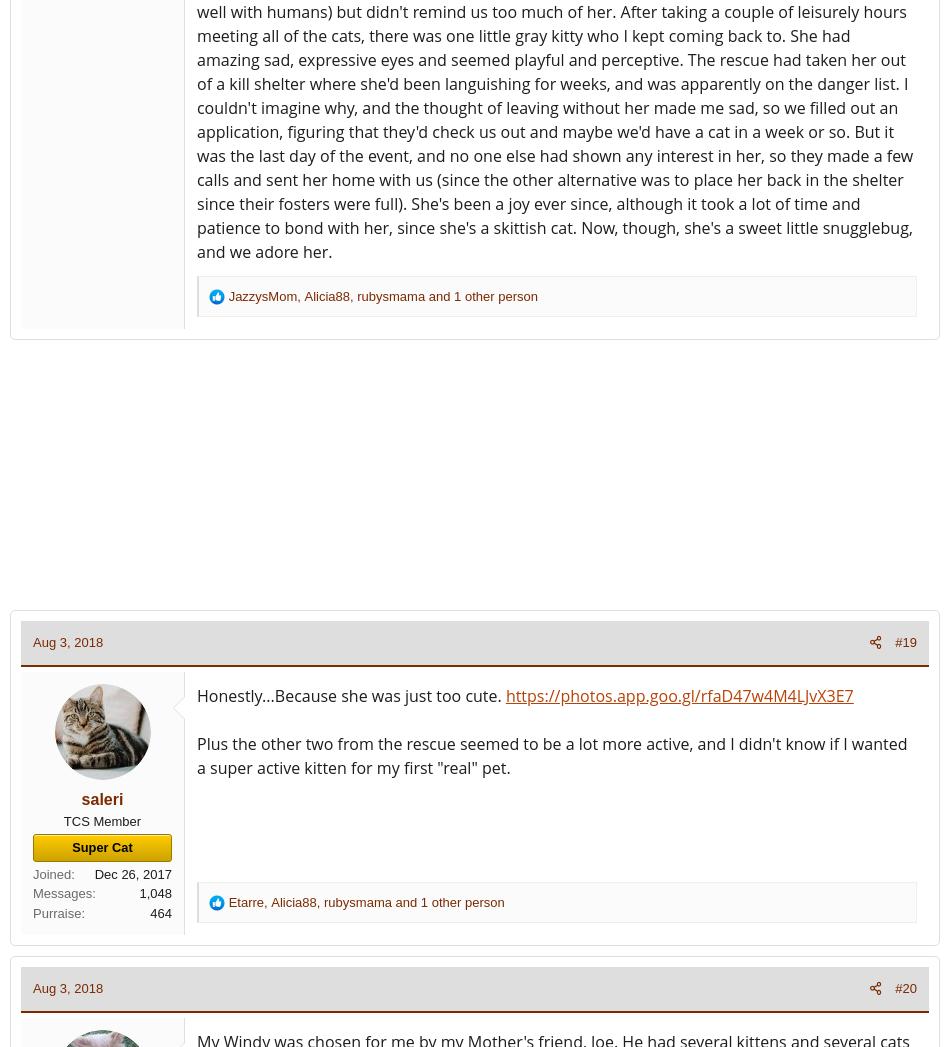 The width and height of the screenshot is (950, 1047). Describe the element at coordinates (905, 642) in the screenshot. I see `'#19'` at that location.